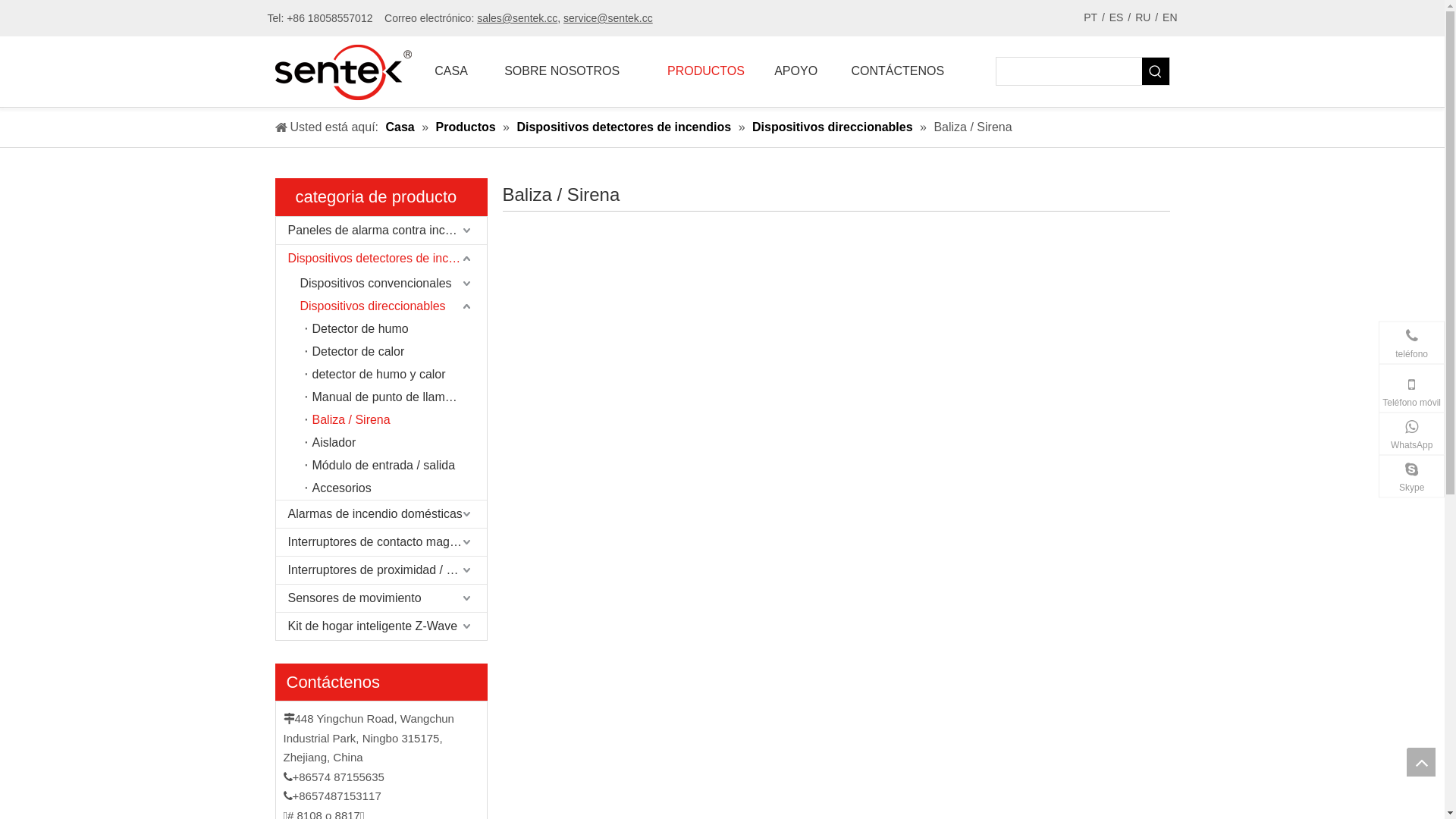 This screenshot has width=1456, height=819. Describe the element at coordinates (705, 71) in the screenshot. I see `'PRODUCTOS'` at that location.